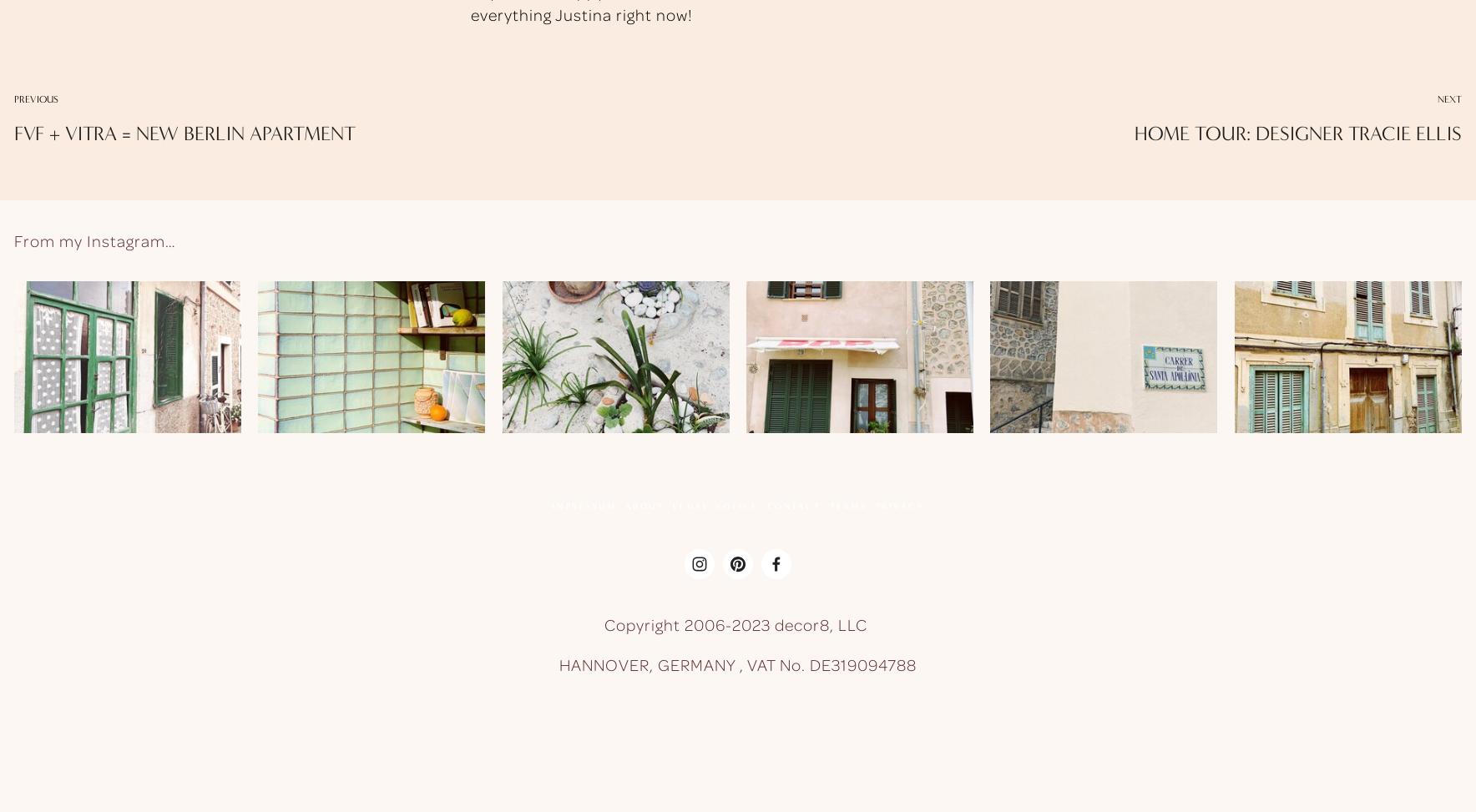 This screenshot has height=812, width=1476. What do you see at coordinates (1297, 132) in the screenshot?
I see `'Home Tour: Designer Tracie Ellis'` at bounding box center [1297, 132].